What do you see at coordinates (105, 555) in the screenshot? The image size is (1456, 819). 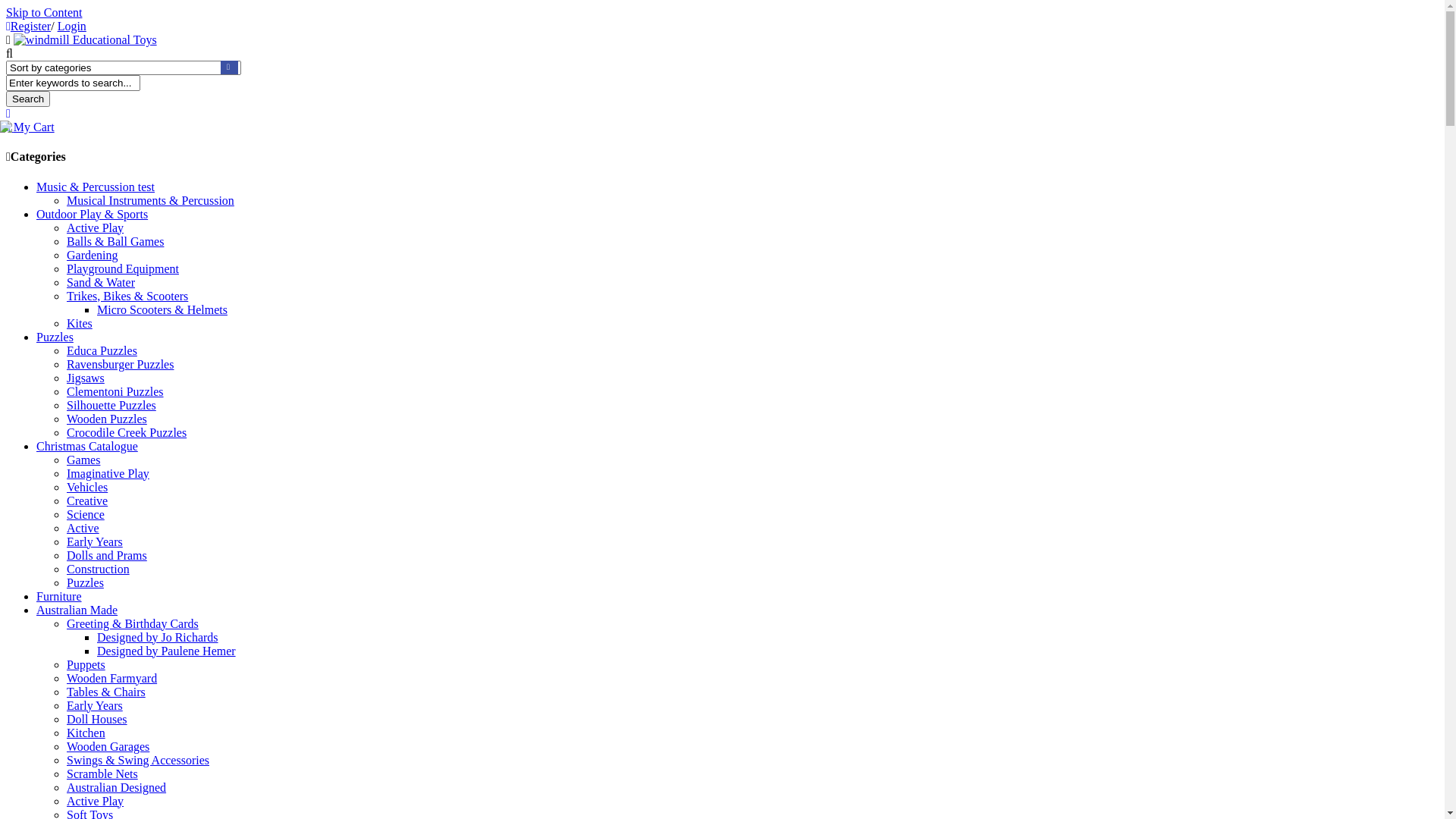 I see `'Dolls and Prams'` at bounding box center [105, 555].